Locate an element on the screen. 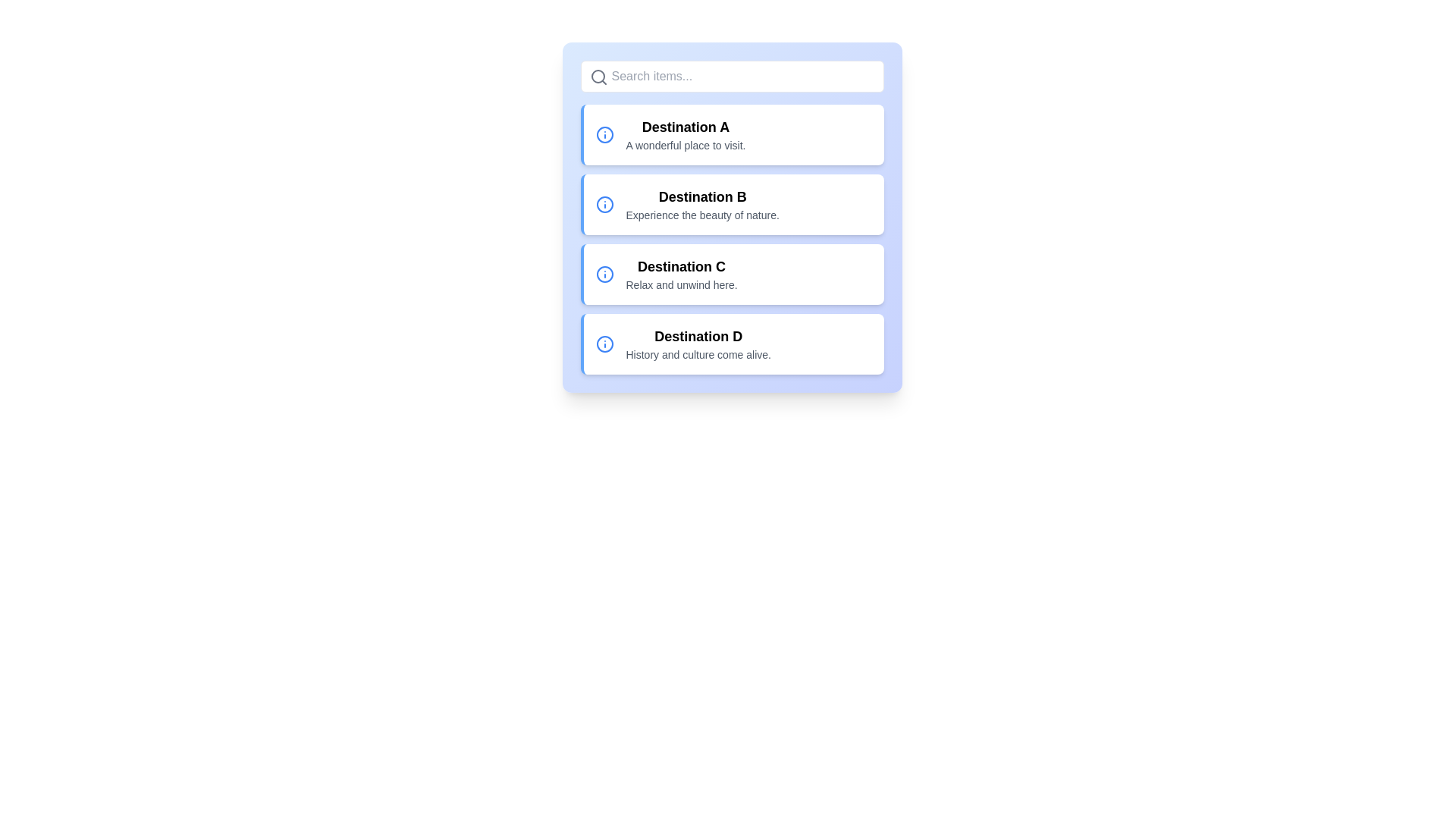 The width and height of the screenshot is (1456, 819). the Text Label that contains the text 'History and culture come alive.' which is styled with smaller gray text and is located below the heading 'Destination D' is located at coordinates (698, 354).